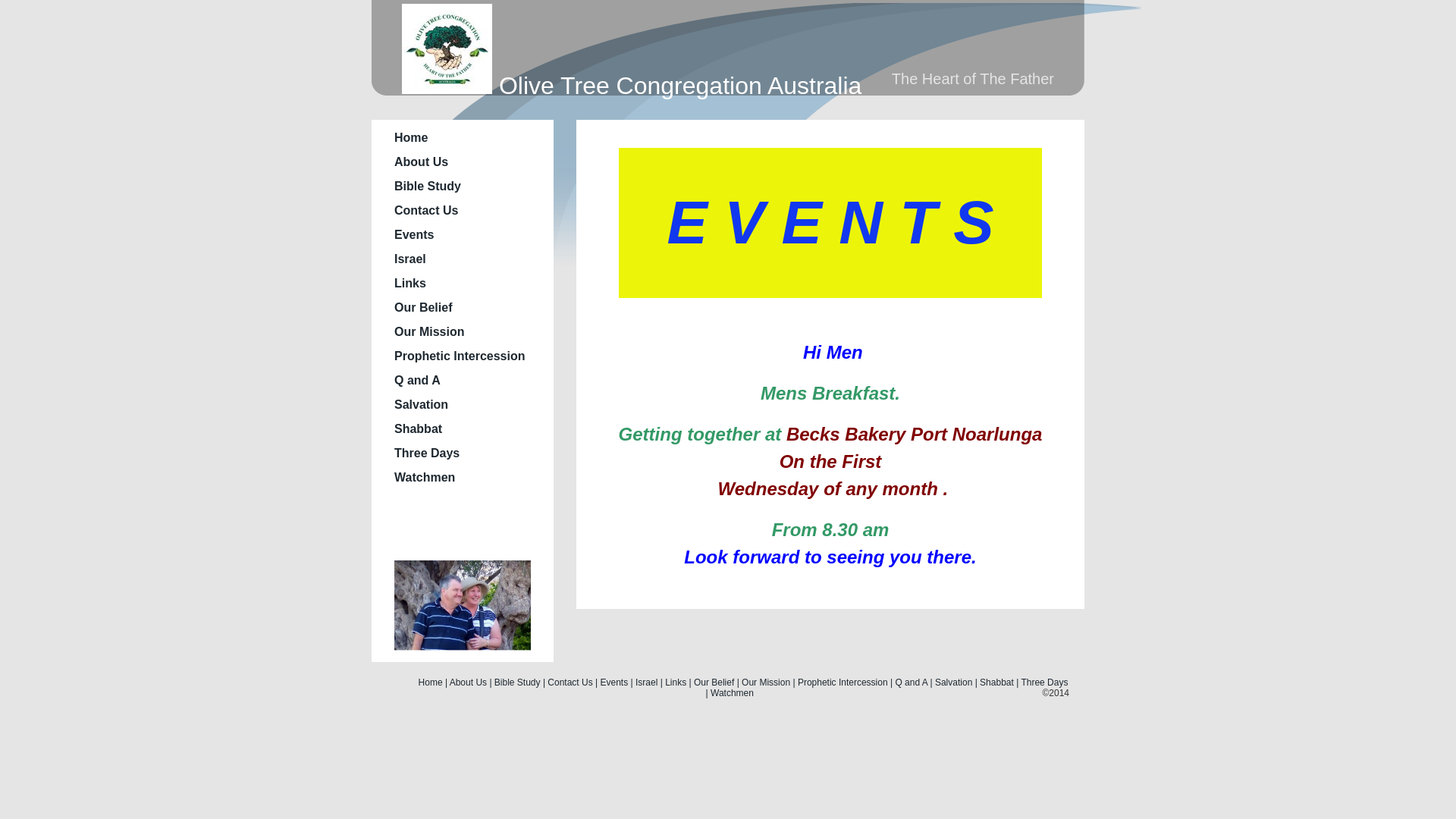 The height and width of the screenshot is (819, 1456). I want to click on 'Home', so click(411, 137).